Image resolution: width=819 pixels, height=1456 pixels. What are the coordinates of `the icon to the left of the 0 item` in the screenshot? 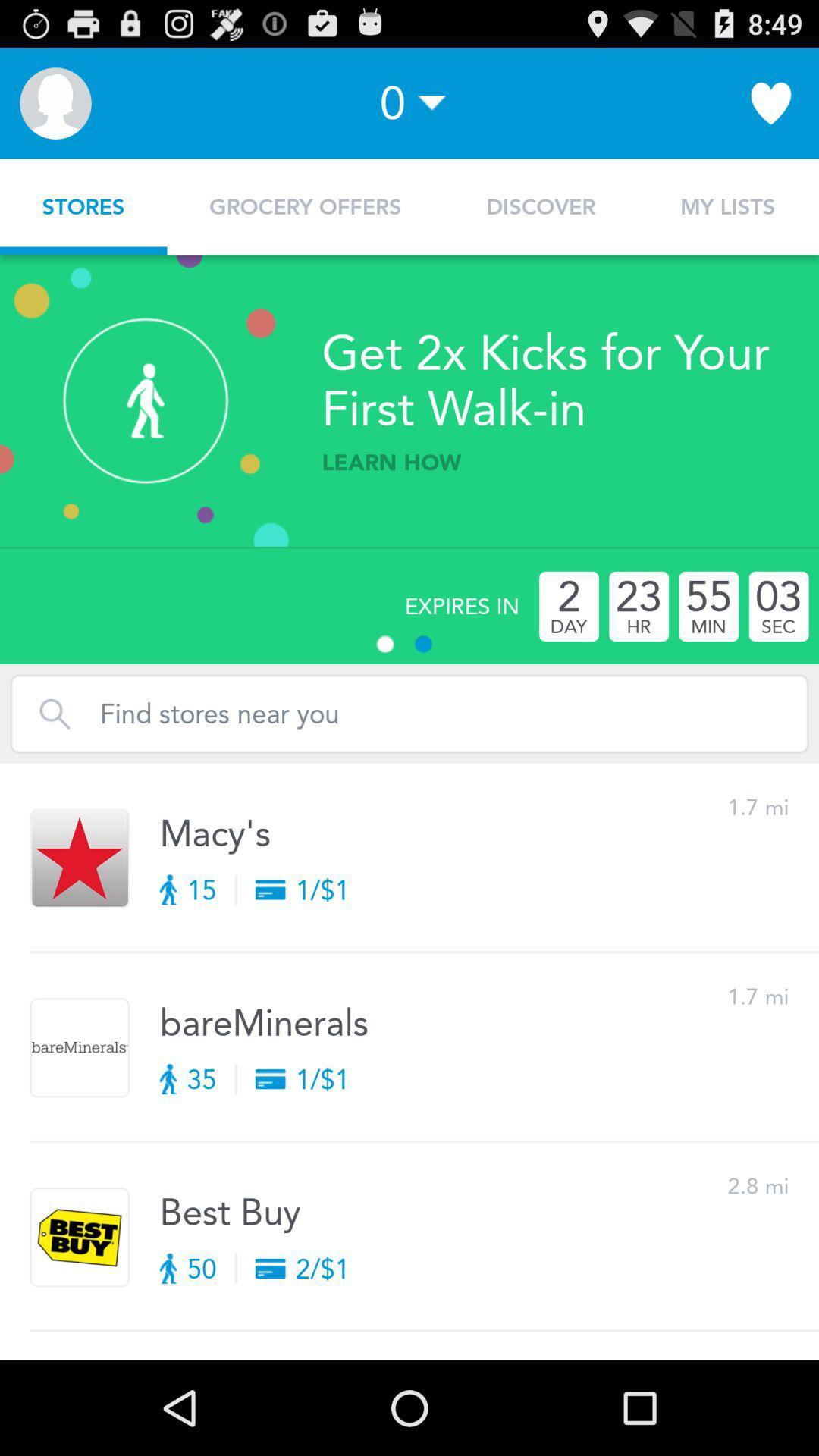 It's located at (55, 102).